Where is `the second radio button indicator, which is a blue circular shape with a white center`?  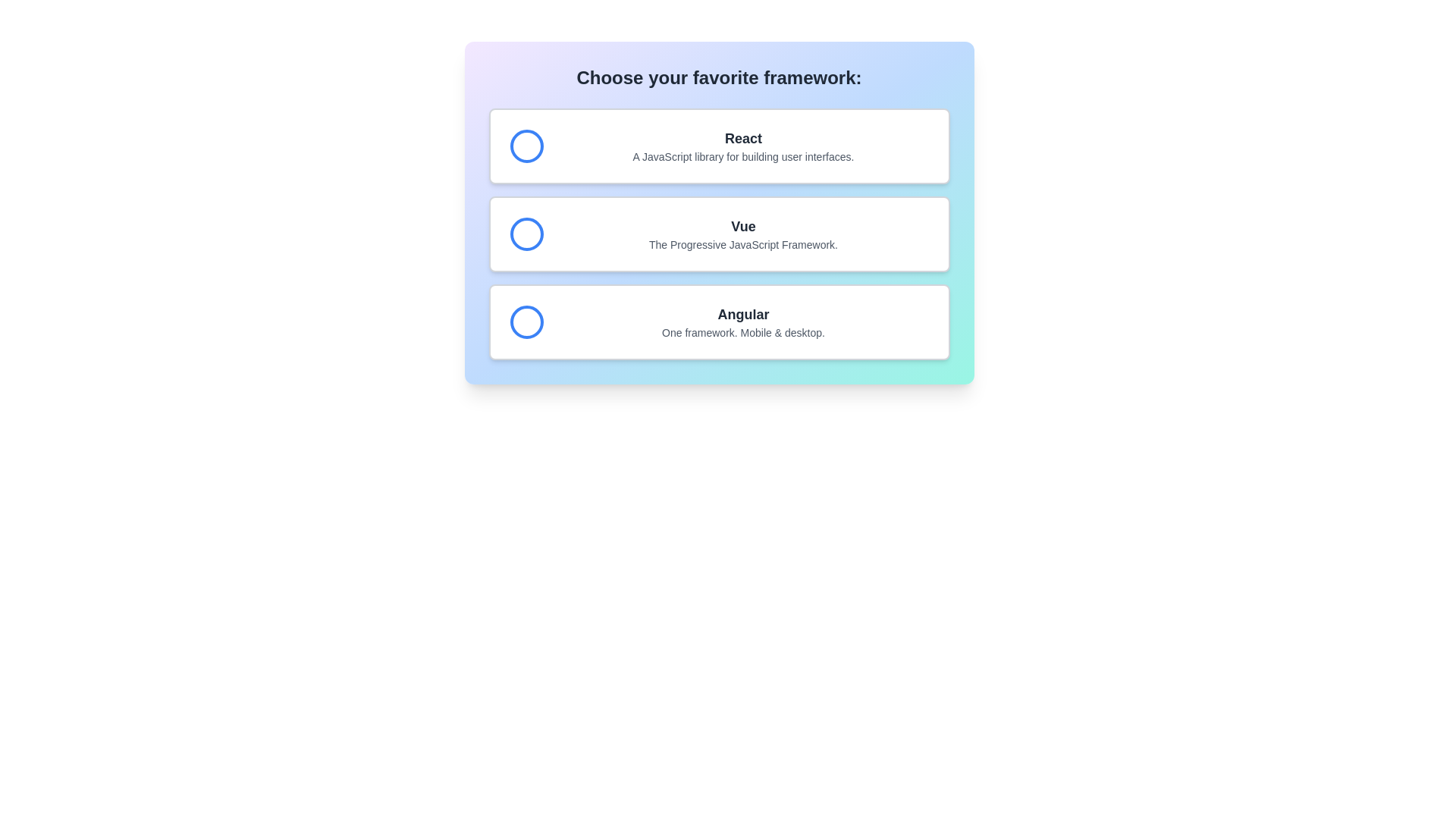 the second radio button indicator, which is a blue circular shape with a white center is located at coordinates (526, 234).